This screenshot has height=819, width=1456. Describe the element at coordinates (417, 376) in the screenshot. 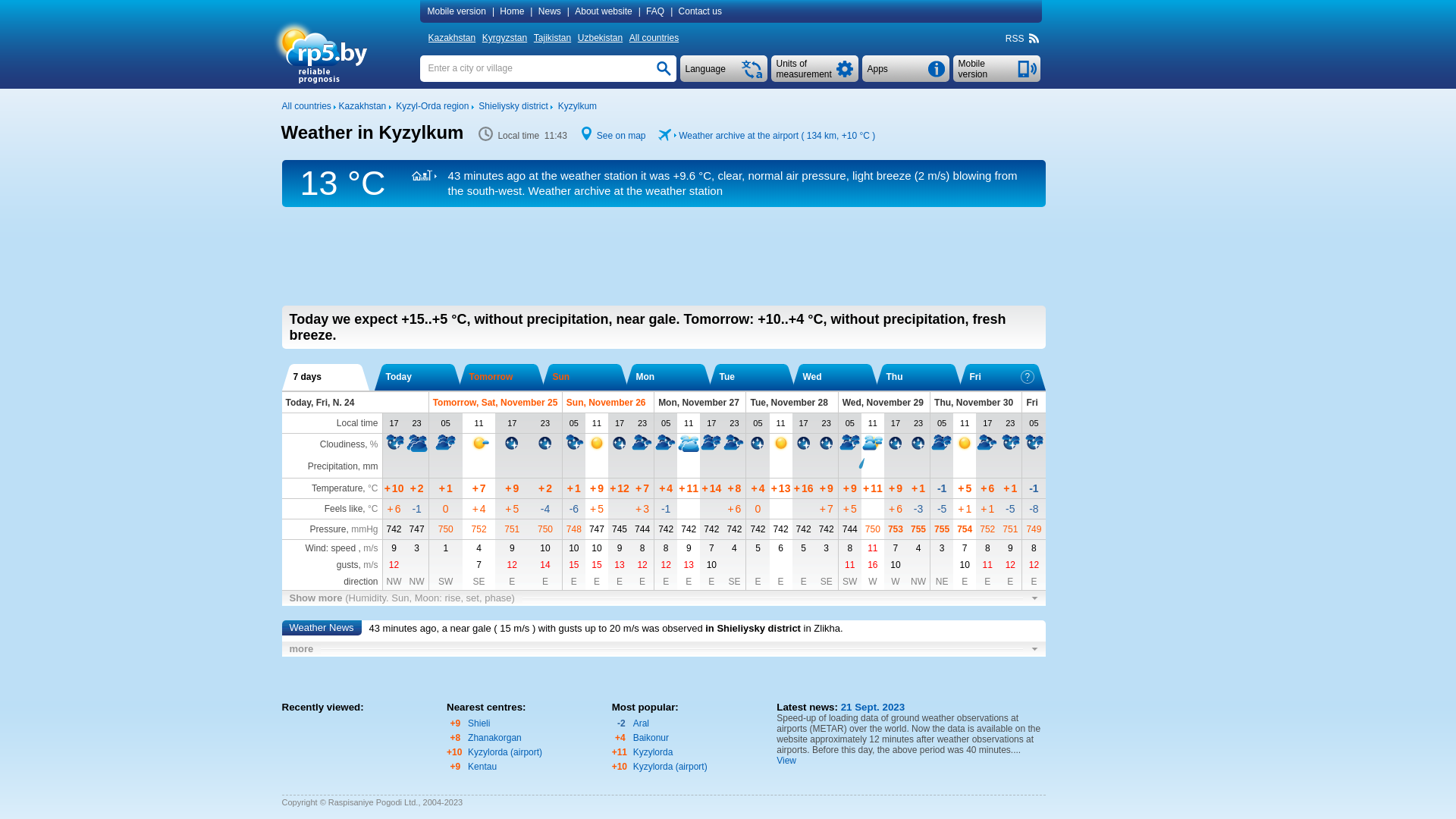

I see `'Today'` at that location.